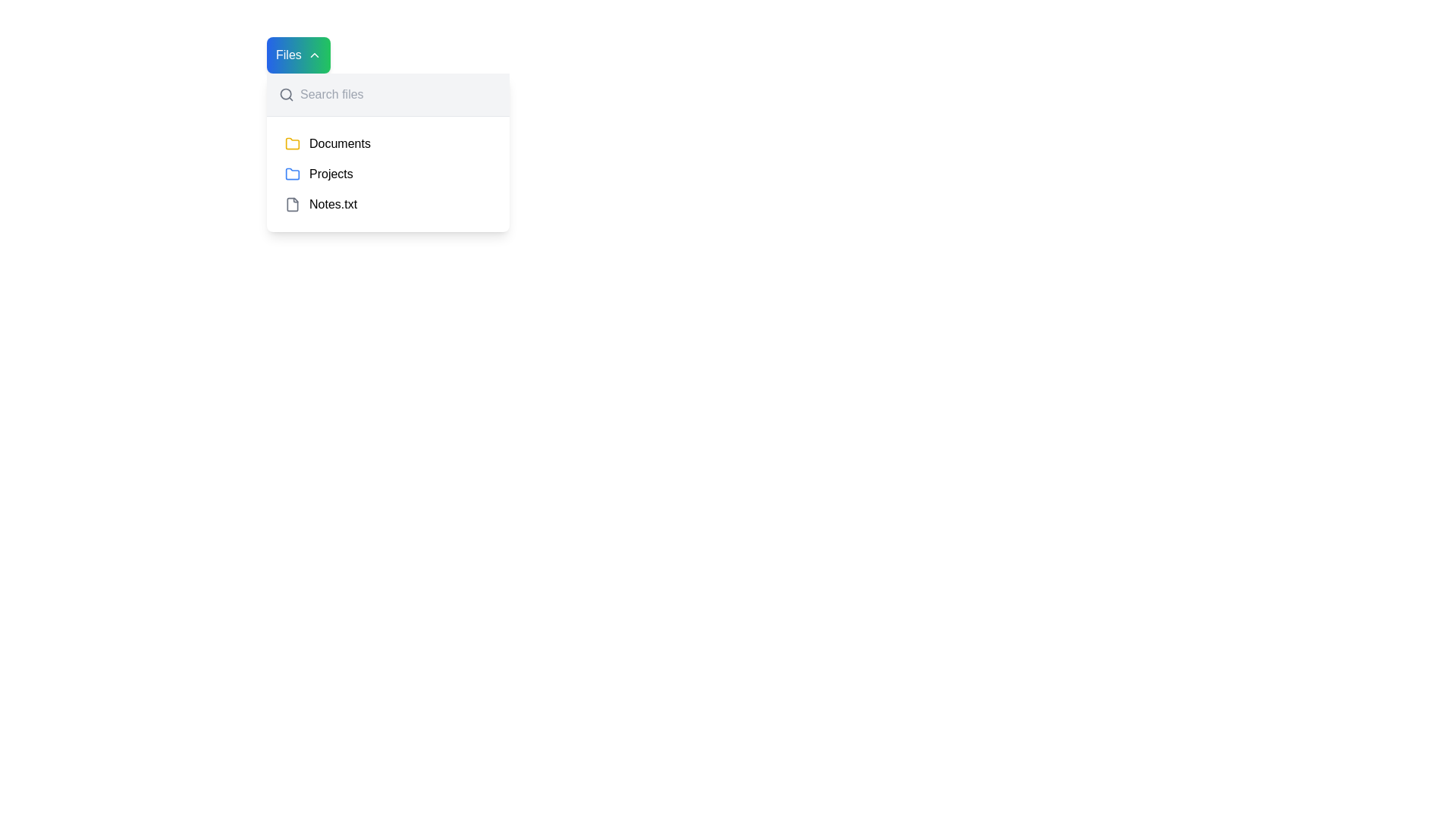 The width and height of the screenshot is (1456, 819). I want to click on the document icon element that represents a file, located in the dropdown menu next to the 'Notes.txt' label, so click(292, 205).